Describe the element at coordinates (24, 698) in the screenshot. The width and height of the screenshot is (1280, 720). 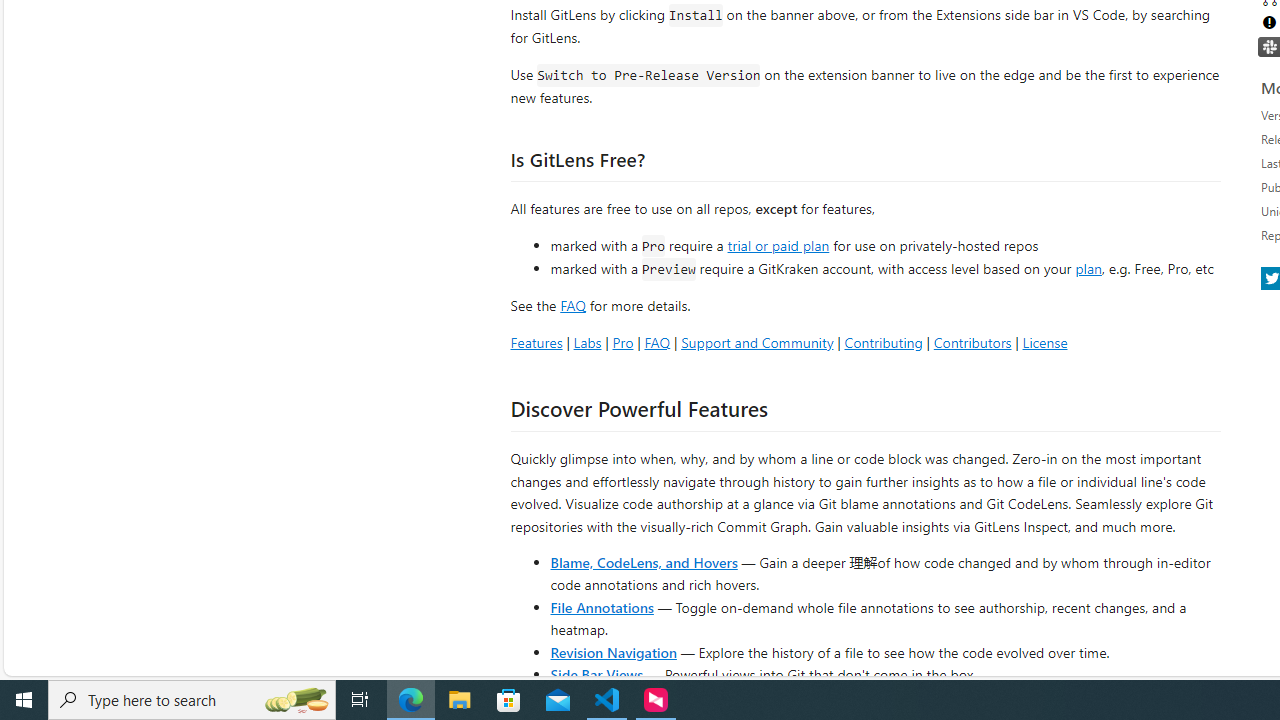
I see `'Start'` at that location.